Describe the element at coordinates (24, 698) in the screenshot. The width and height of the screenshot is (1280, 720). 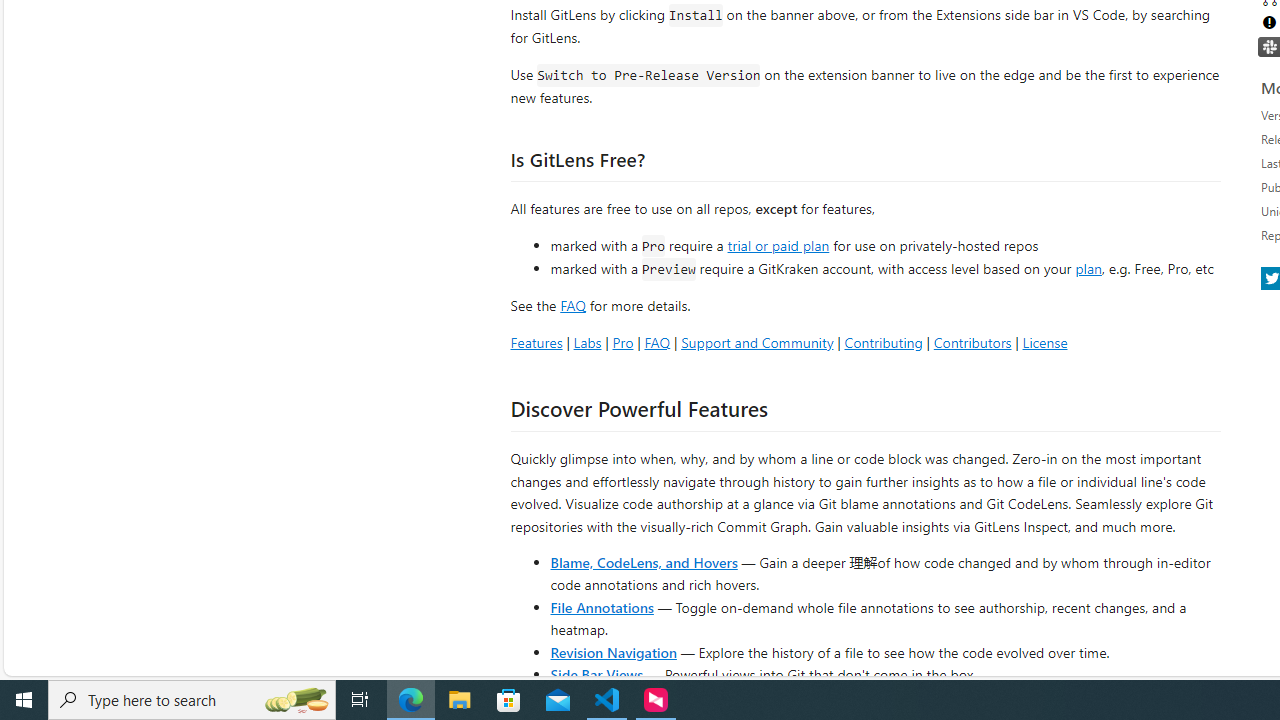
I see `'Start'` at that location.